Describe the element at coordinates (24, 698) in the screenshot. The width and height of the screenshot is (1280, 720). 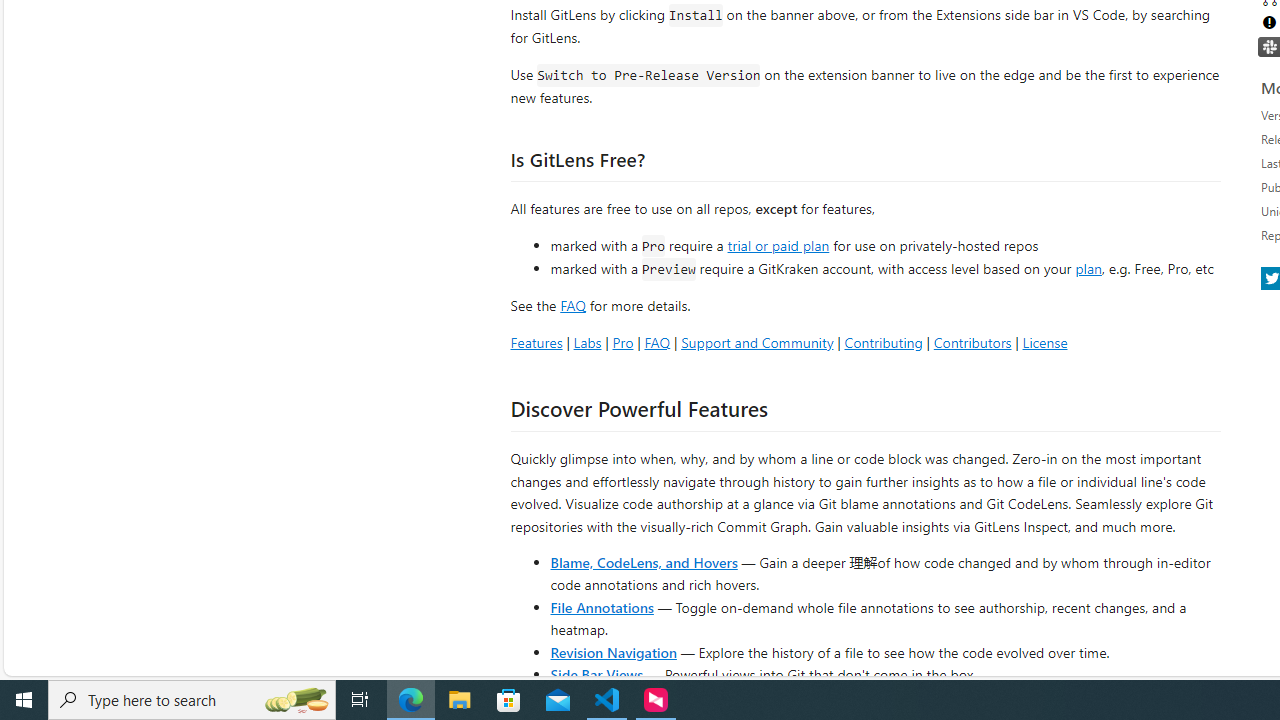
I see `'Start'` at that location.